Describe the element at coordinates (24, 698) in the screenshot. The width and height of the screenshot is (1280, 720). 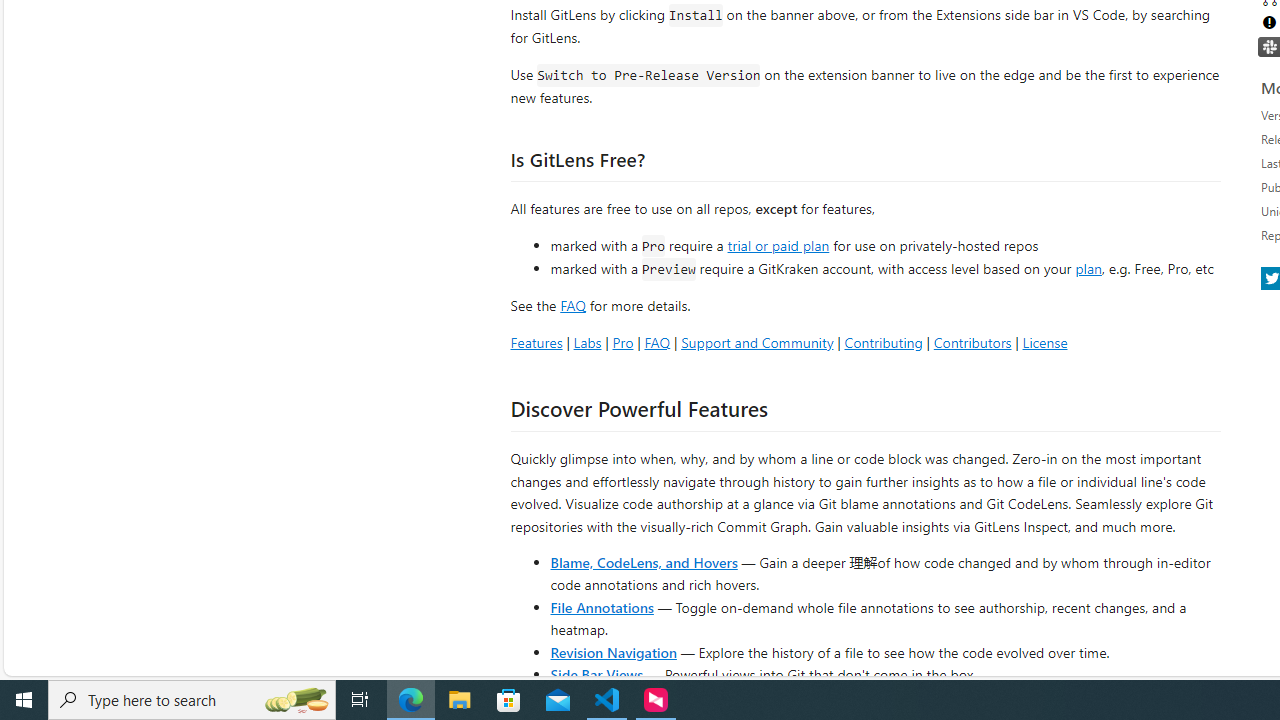
I see `'Start'` at that location.